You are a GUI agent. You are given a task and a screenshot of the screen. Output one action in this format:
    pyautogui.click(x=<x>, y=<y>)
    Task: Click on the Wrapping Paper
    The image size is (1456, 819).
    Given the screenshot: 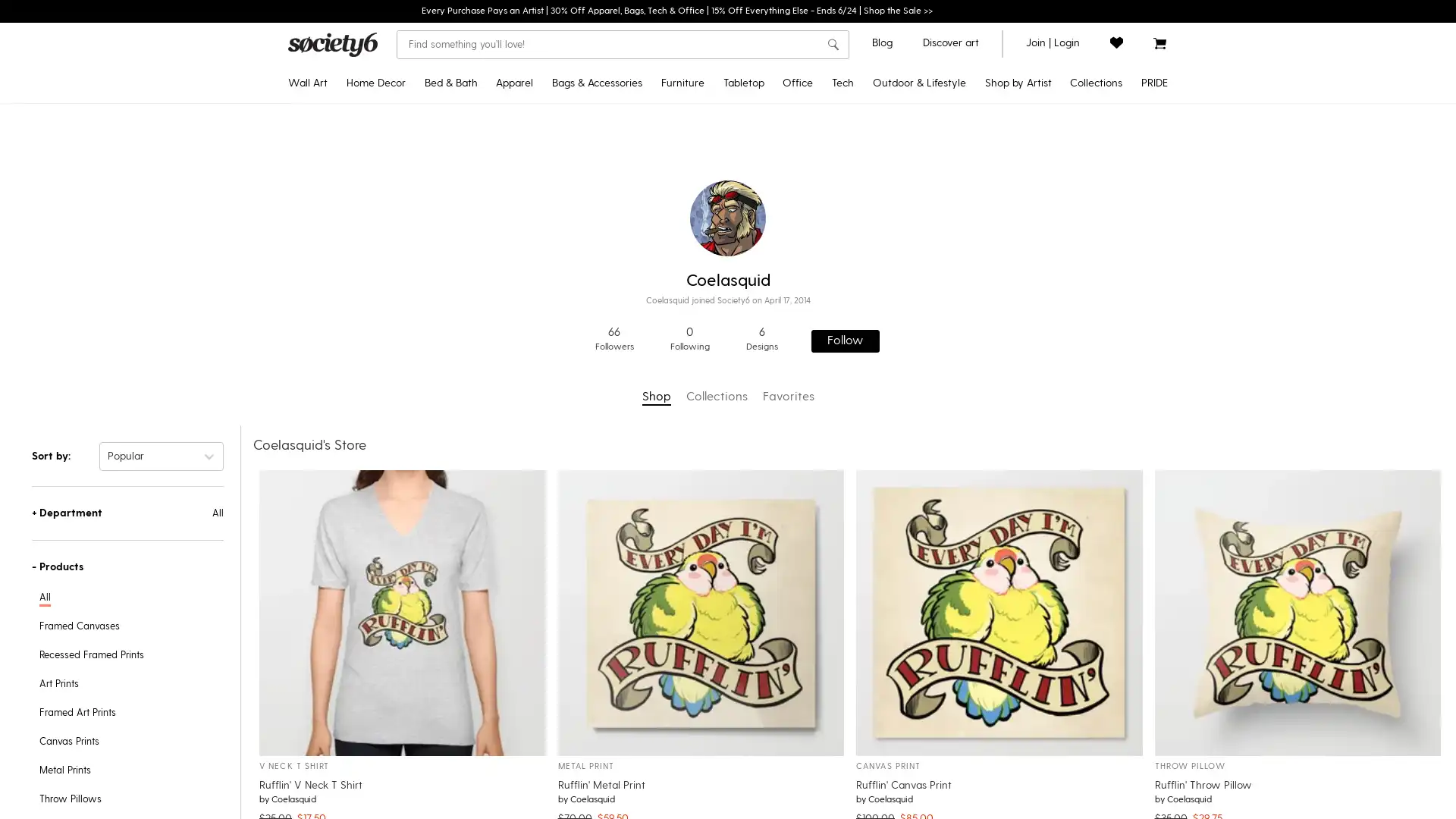 What is the action you would take?
    pyautogui.click(x=835, y=293)
    